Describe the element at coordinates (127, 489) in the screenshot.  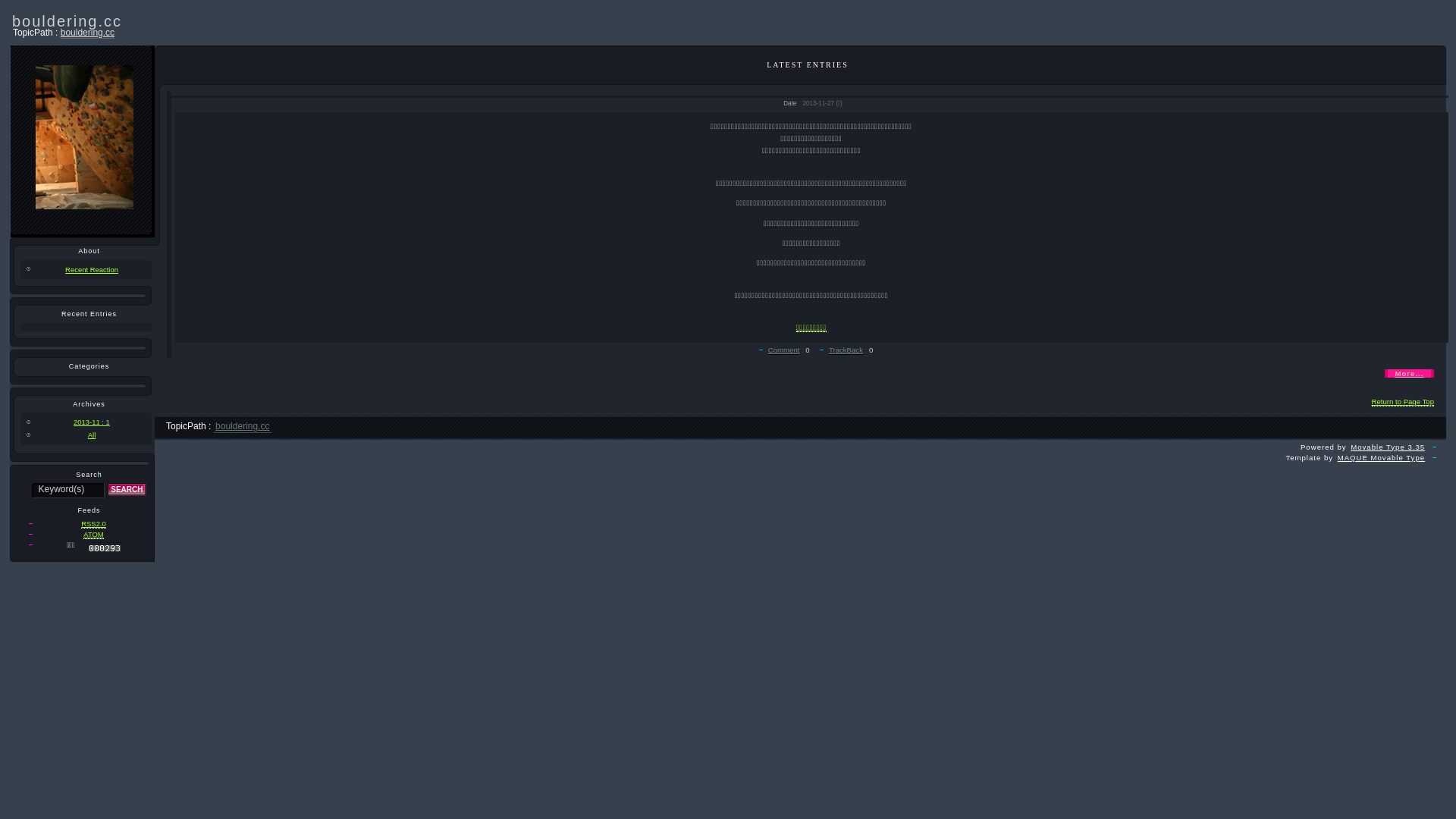
I see `'Search'` at that location.